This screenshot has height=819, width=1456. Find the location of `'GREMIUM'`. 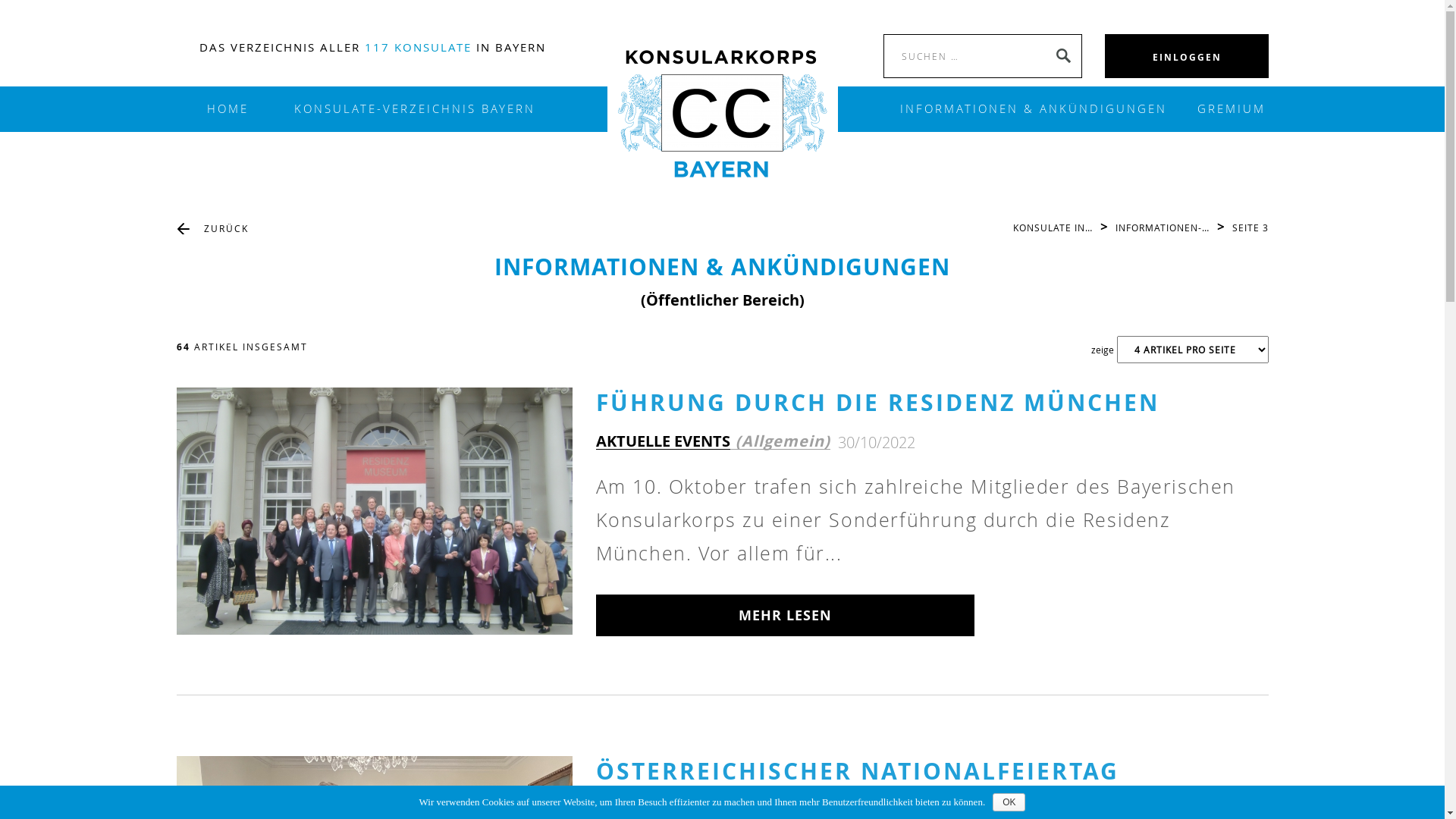

'GREMIUM' is located at coordinates (1223, 108).